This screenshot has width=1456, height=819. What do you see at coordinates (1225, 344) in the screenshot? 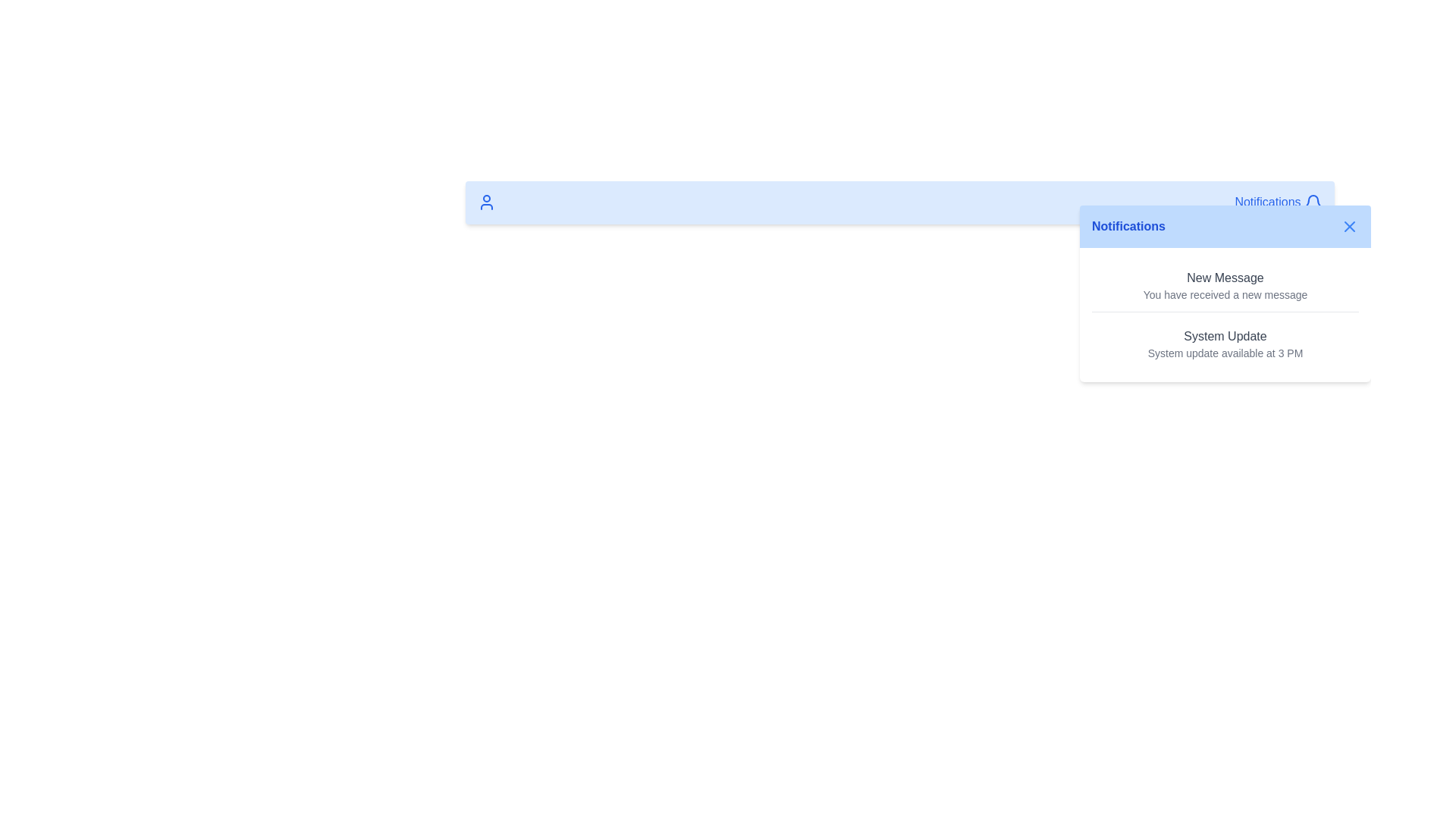
I see `the second notification item in the notification dropdown menu that informs about a system update scheduled for 3 PM` at bounding box center [1225, 344].